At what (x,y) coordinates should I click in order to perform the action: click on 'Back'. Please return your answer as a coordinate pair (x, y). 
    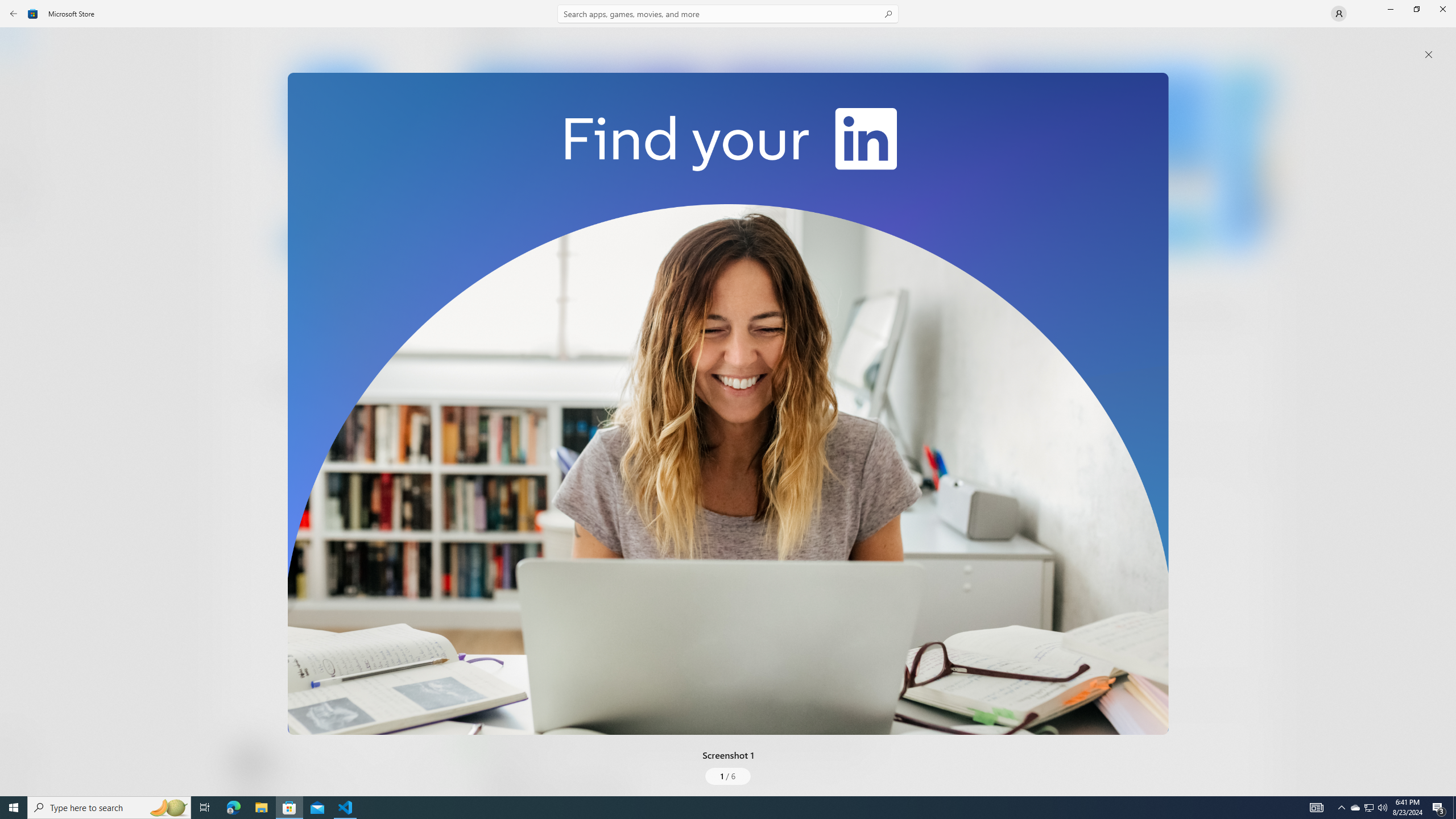
    Looking at the image, I should click on (14, 13).